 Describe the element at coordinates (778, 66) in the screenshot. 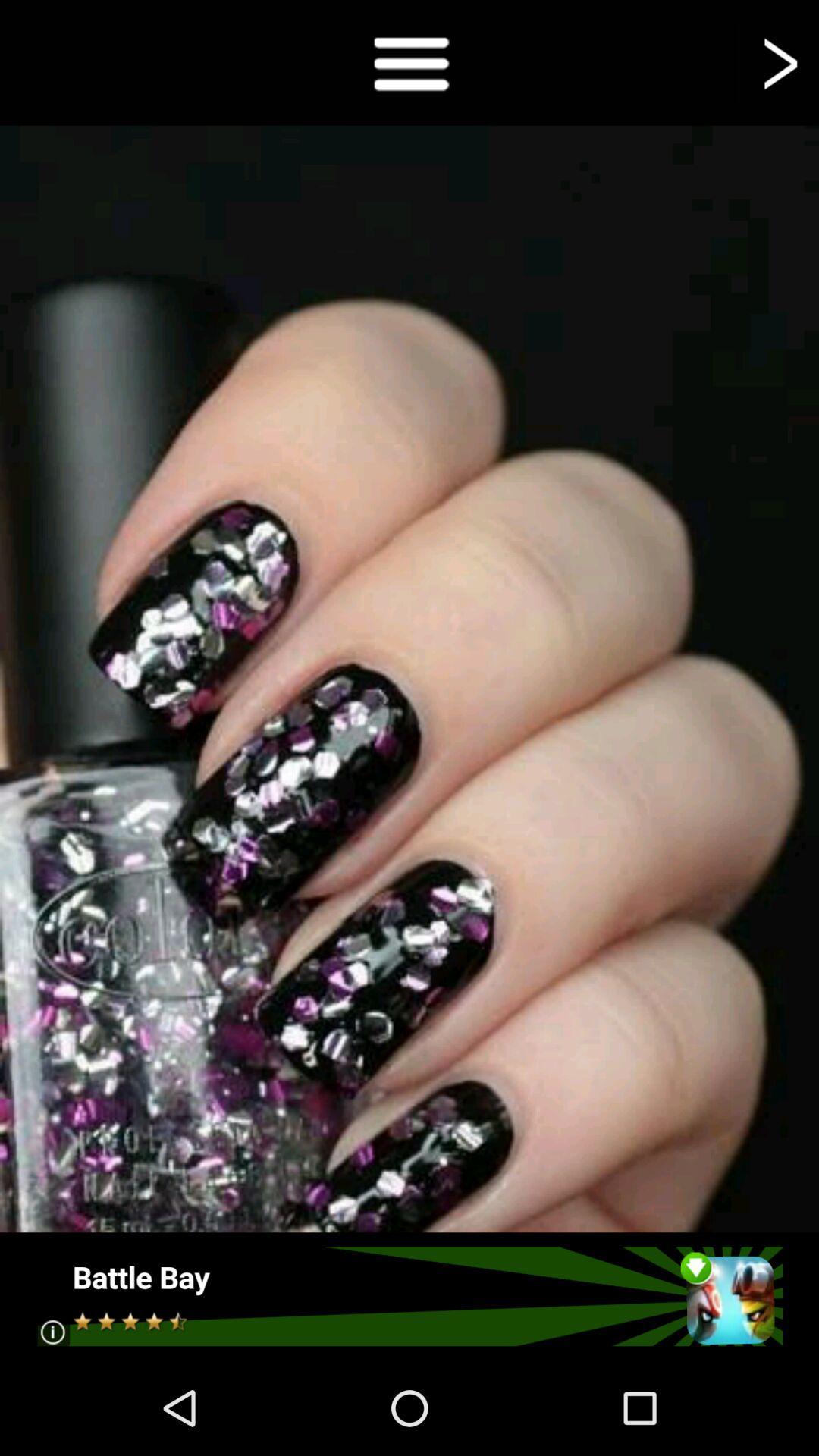

I see `the arrow_forward icon` at that location.